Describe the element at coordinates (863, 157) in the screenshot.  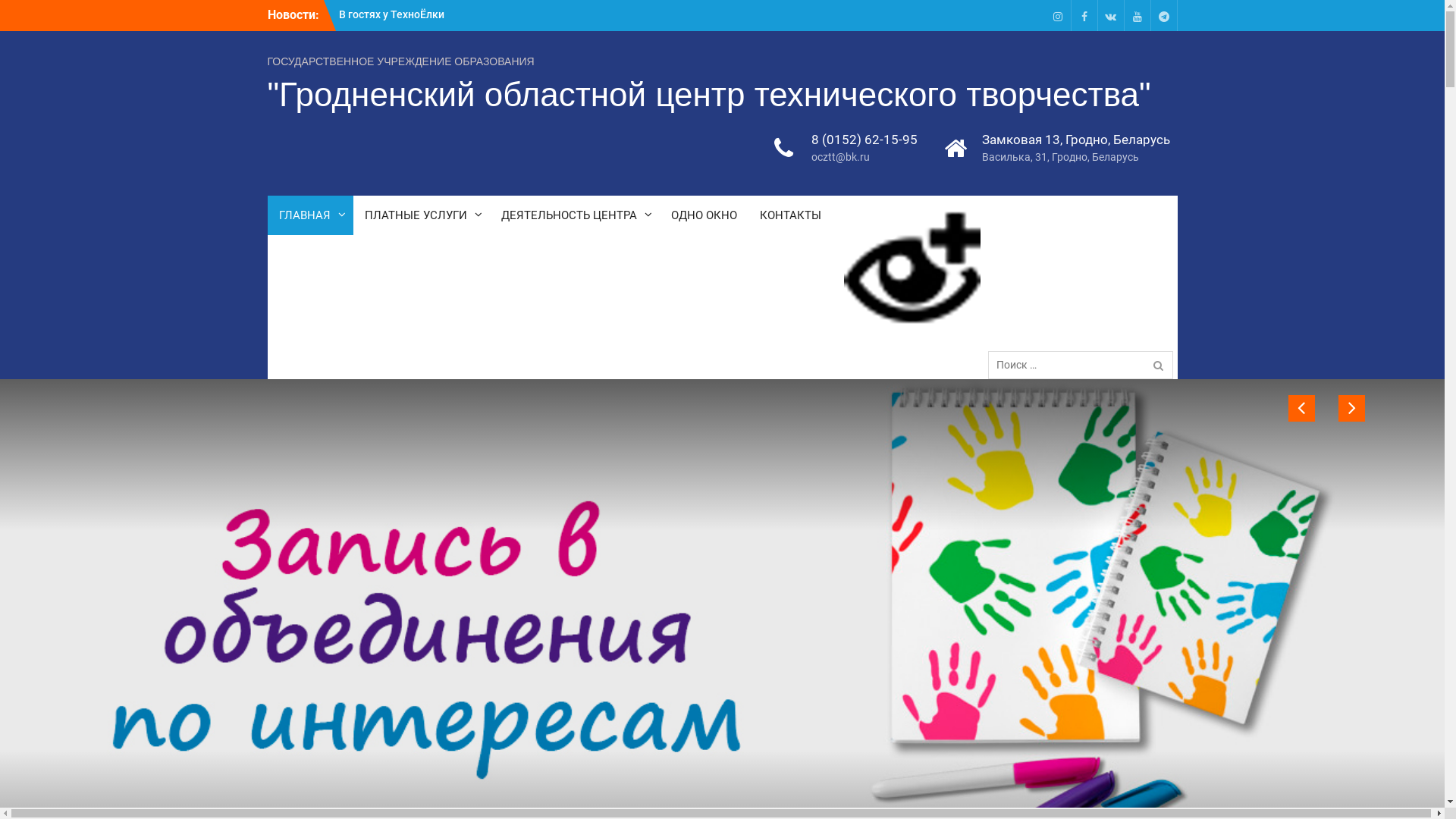
I see `'ocztt@bk.ru'` at that location.